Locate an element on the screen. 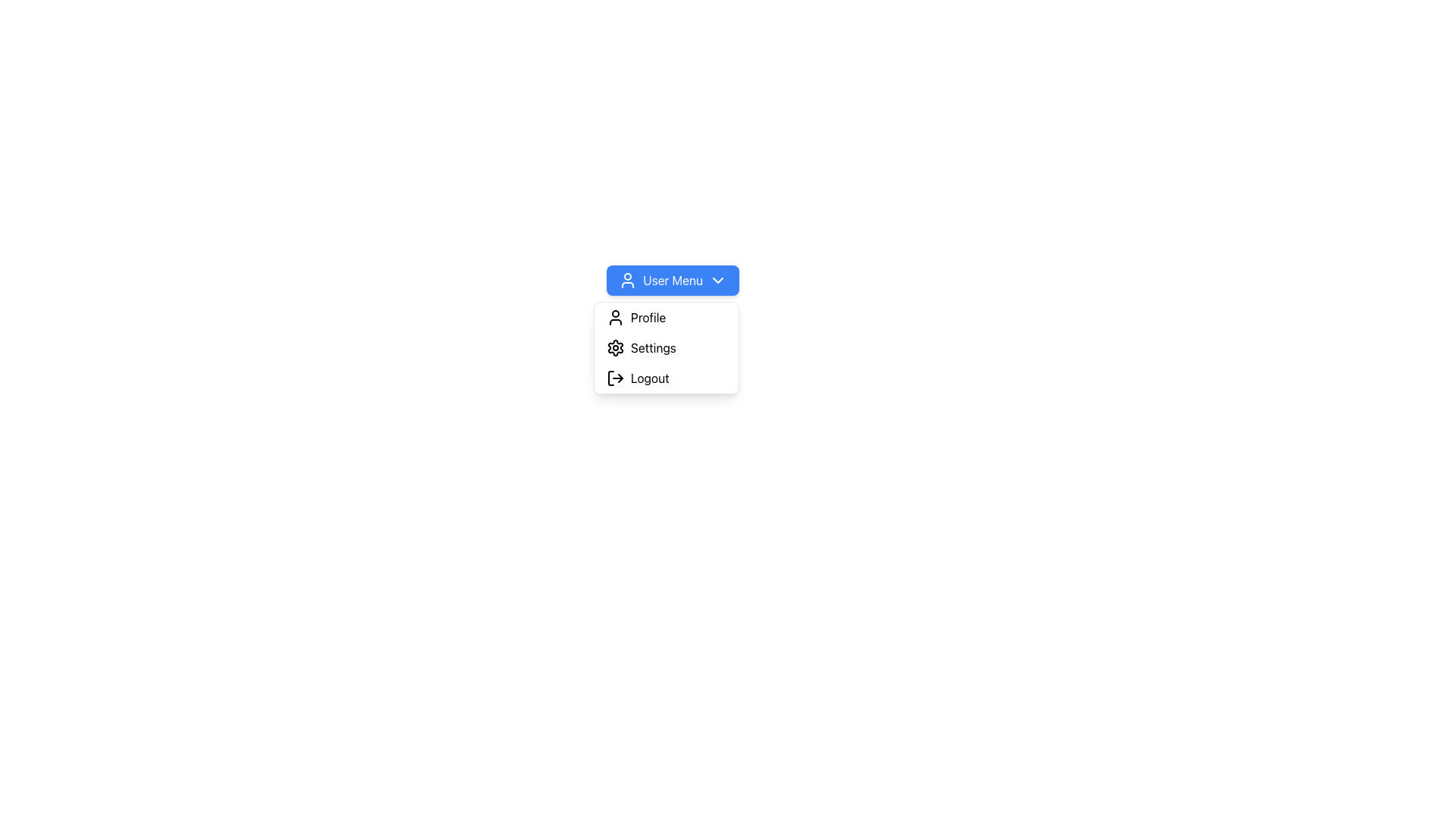  the gear icon representing settings functionality, located next to the 'Settings' label in the dropdown menu is located at coordinates (615, 348).